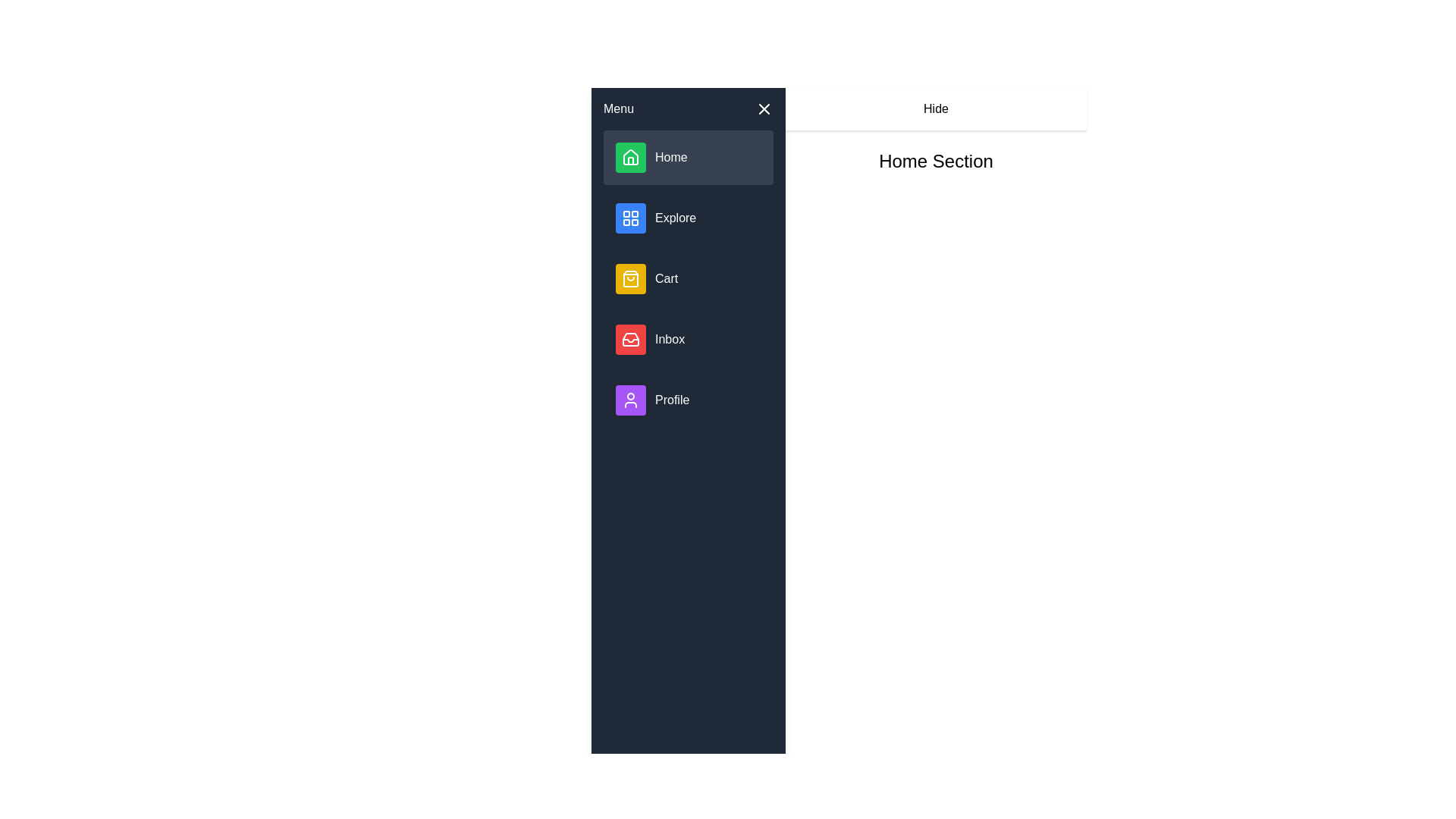  I want to click on the text label that says 'Hide', which is horizontally centered above the 'Home Section' label in the main content area, so click(935, 108).